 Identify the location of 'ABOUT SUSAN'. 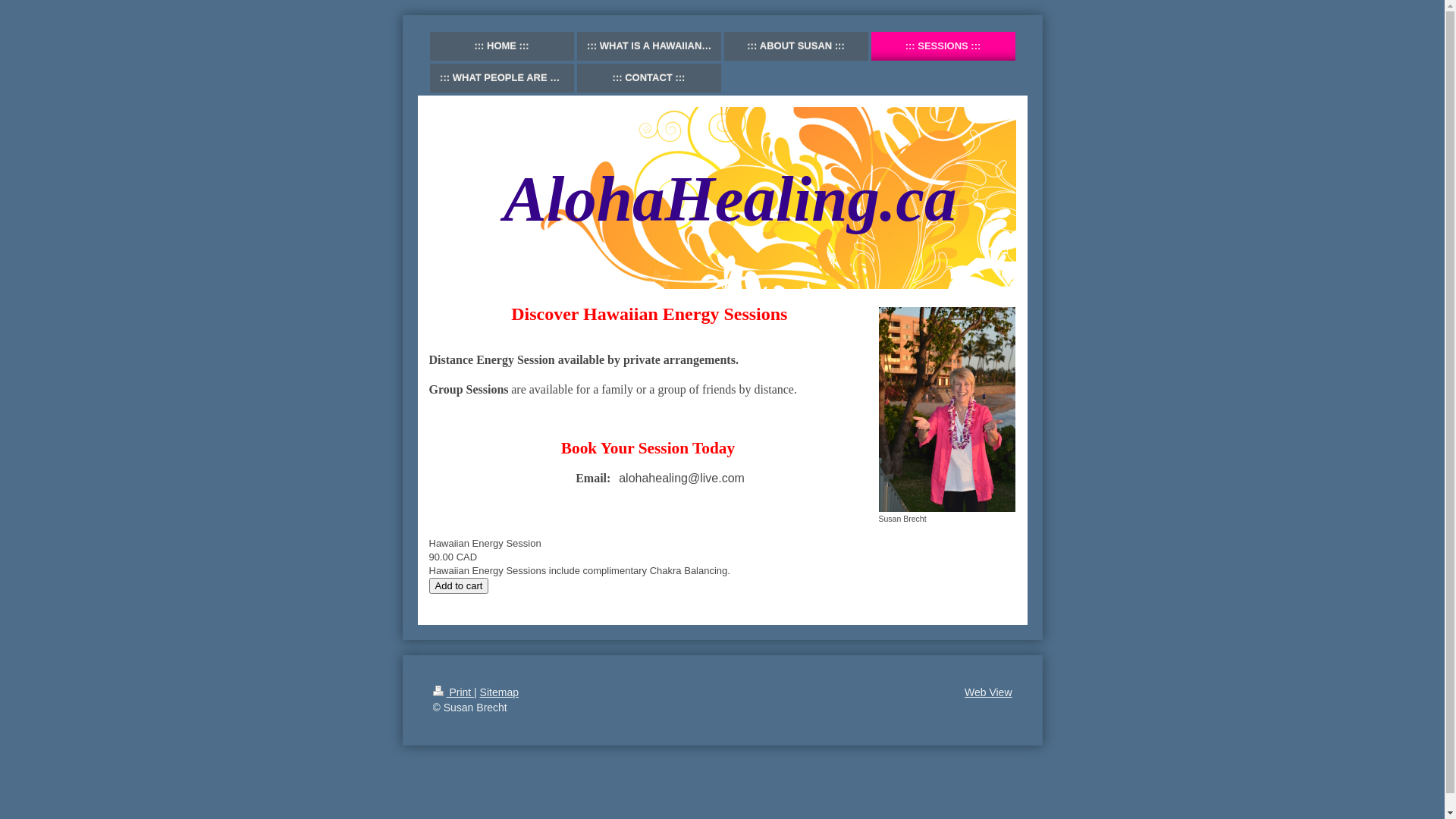
(723, 45).